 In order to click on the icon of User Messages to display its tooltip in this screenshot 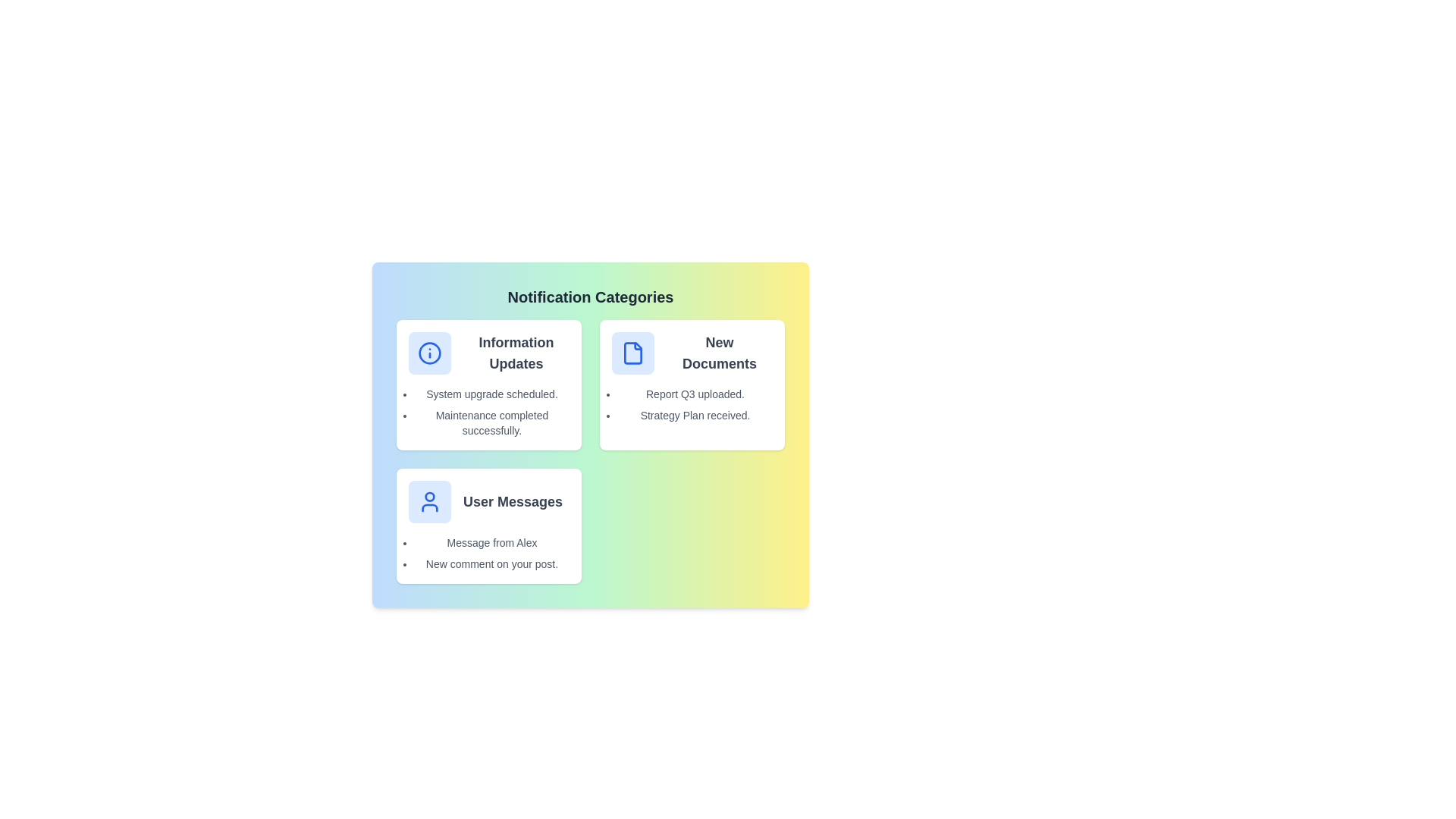, I will do `click(428, 502)`.